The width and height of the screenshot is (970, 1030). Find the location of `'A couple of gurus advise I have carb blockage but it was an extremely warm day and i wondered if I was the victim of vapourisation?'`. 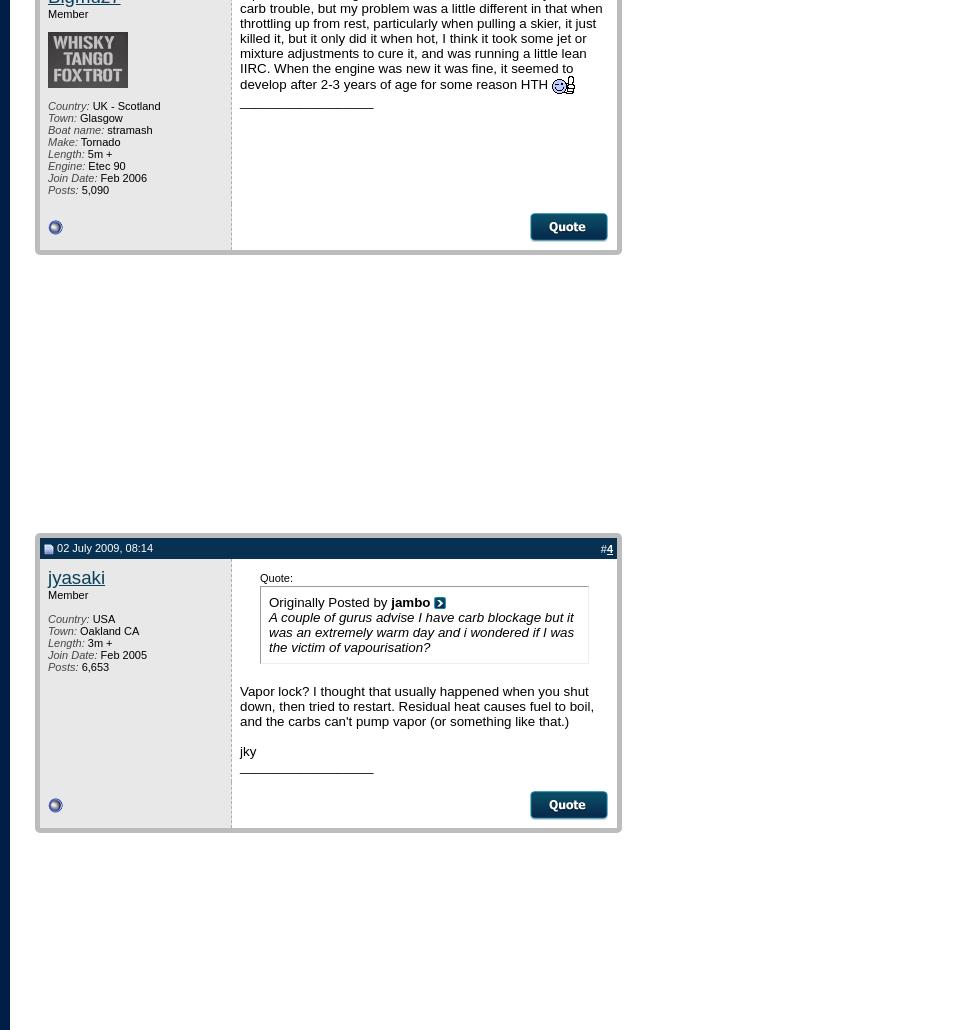

'A couple of gurus advise I have carb blockage but it was an extremely warm day and i wondered if I was the victim of vapourisation?' is located at coordinates (421, 630).